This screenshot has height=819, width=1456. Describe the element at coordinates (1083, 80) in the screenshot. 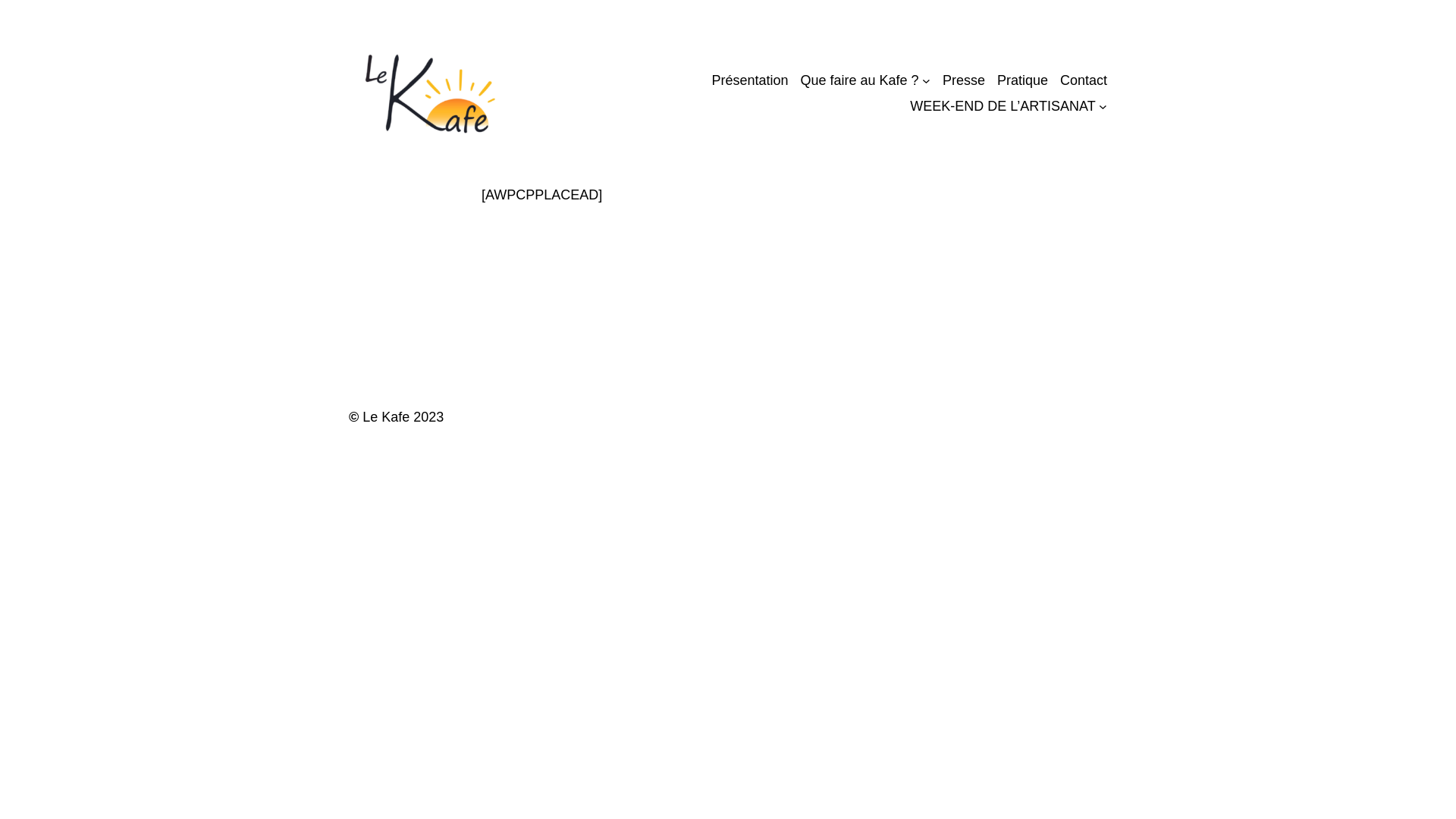

I see `'Contact'` at that location.